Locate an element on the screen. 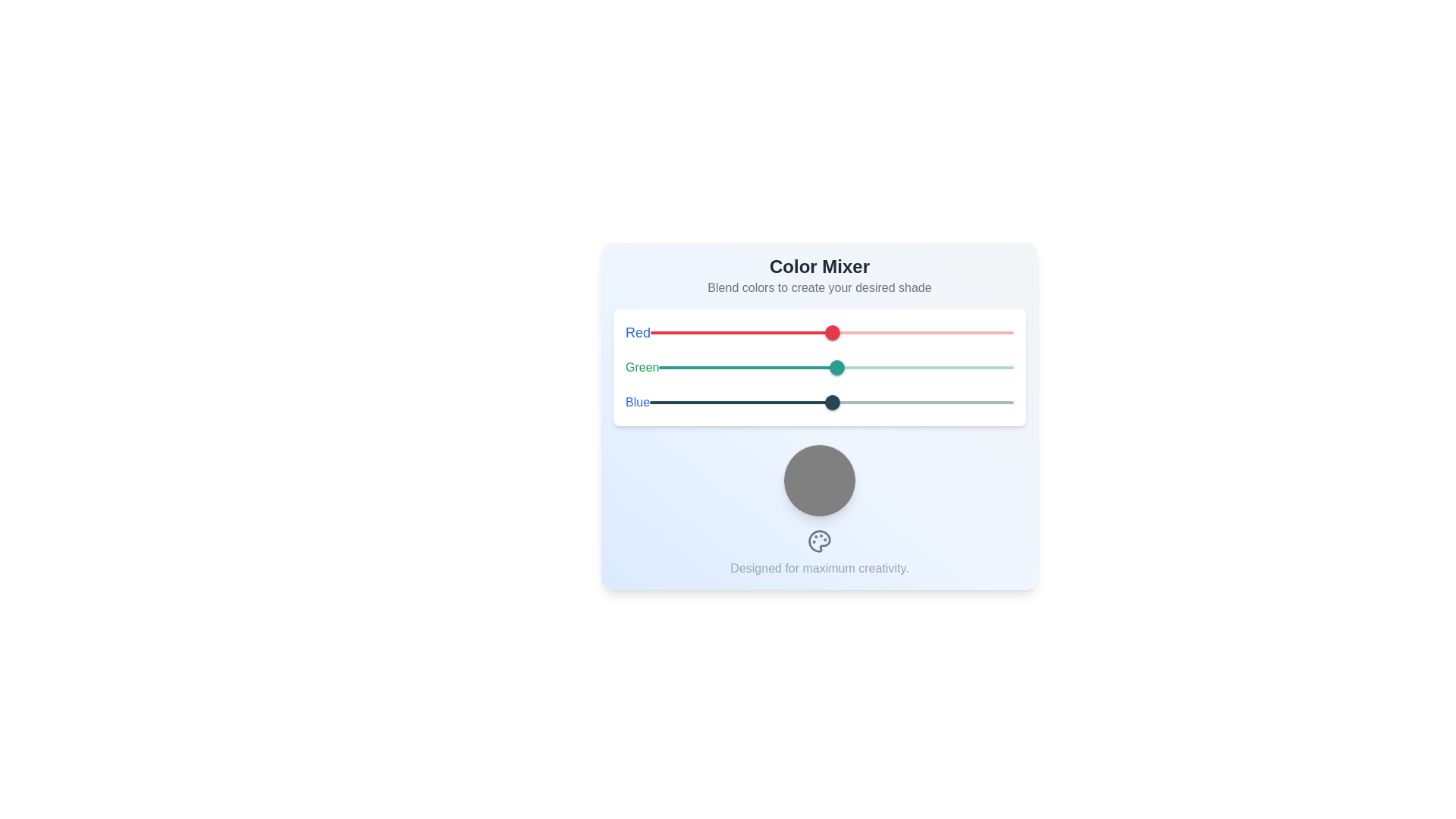 The image size is (1456, 819). the green slider is located at coordinates (712, 368).